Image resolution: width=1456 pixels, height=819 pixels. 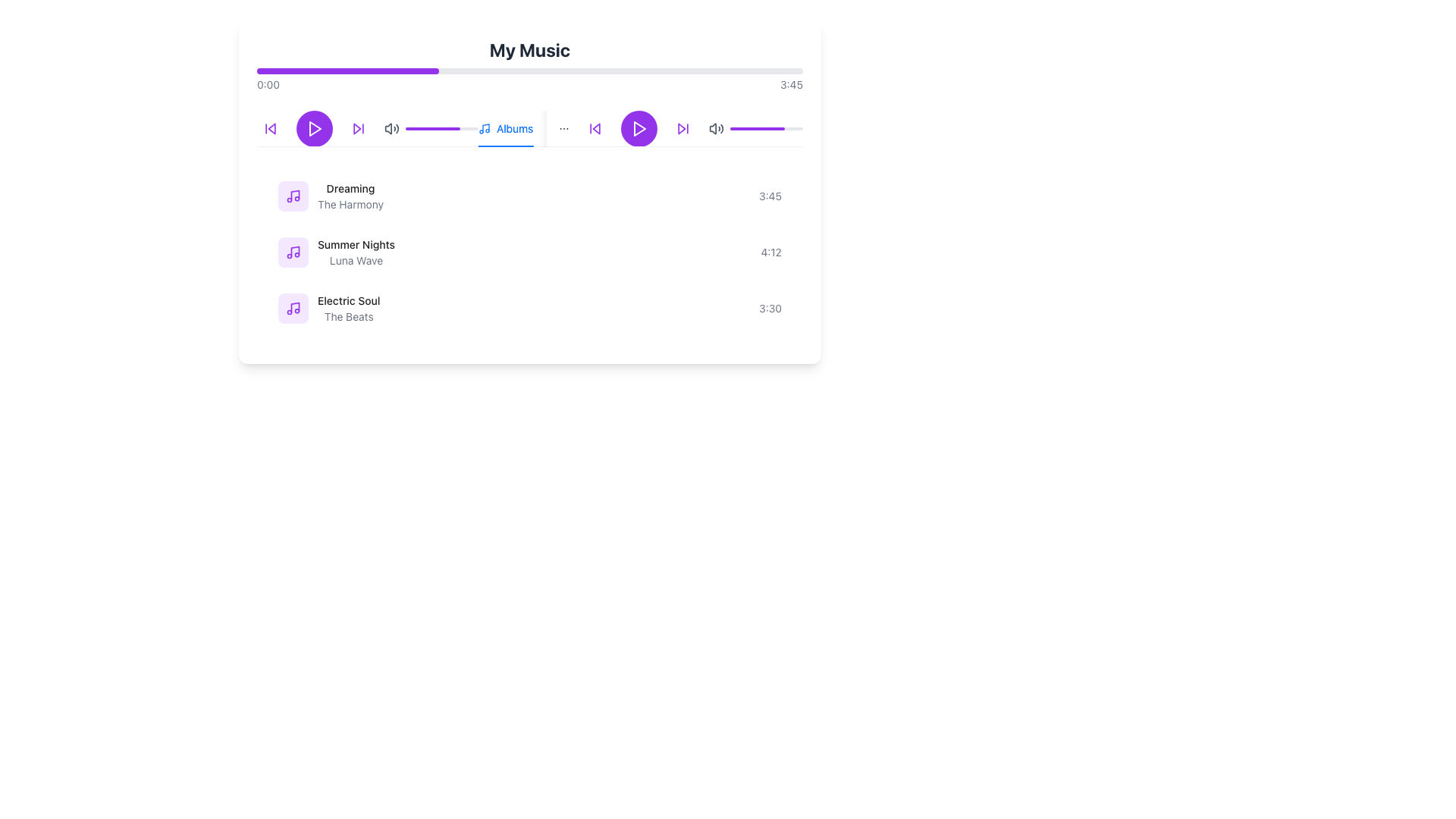 What do you see at coordinates (356, 244) in the screenshot?
I see `text label 'Summer Nights' positioned in the playlist interface, aligned to the left and styled in bold font` at bounding box center [356, 244].